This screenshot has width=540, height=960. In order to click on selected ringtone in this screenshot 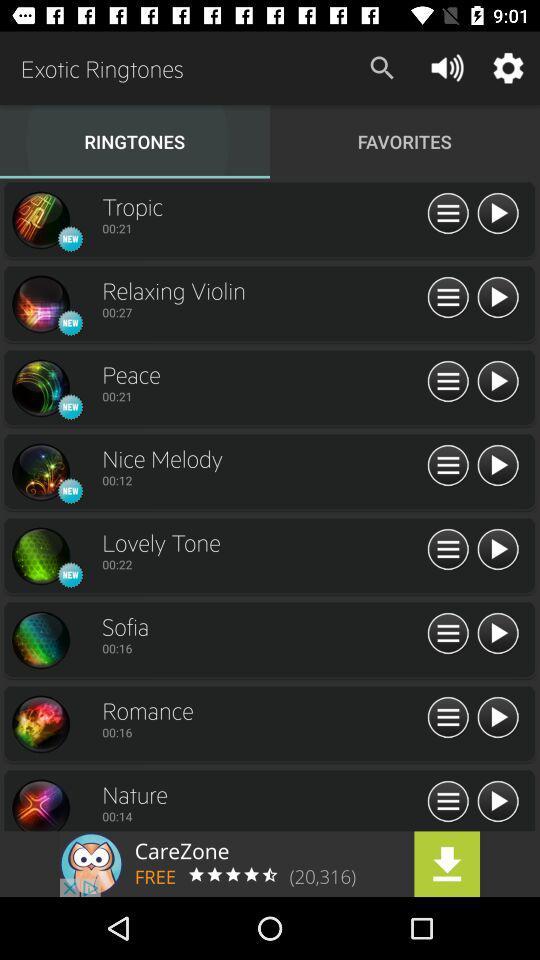, I will do `click(40, 804)`.